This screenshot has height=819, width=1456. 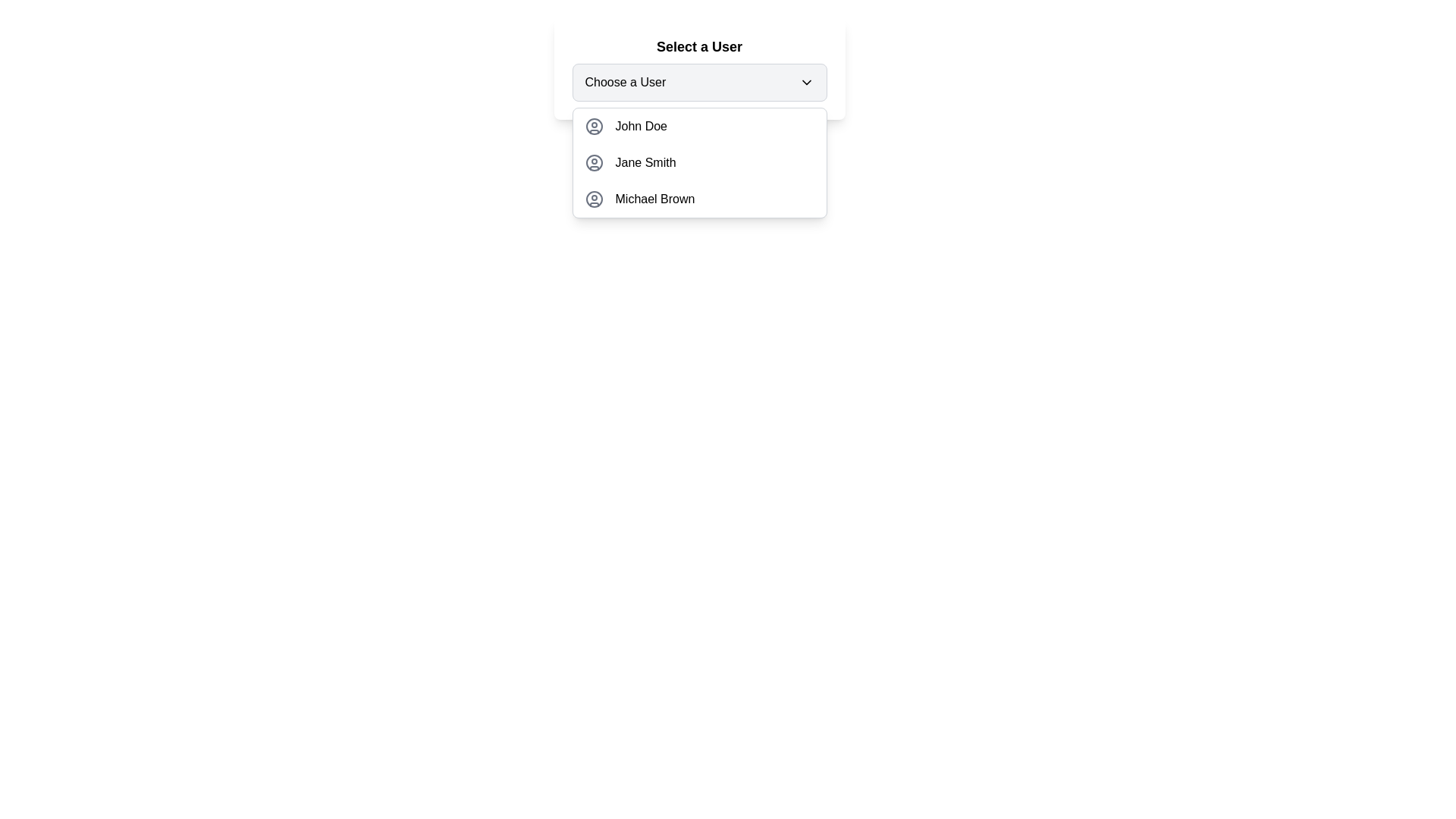 What do you see at coordinates (645, 163) in the screenshot?
I see `the second user name in the dropdown menu under the 'Select a User' section` at bounding box center [645, 163].